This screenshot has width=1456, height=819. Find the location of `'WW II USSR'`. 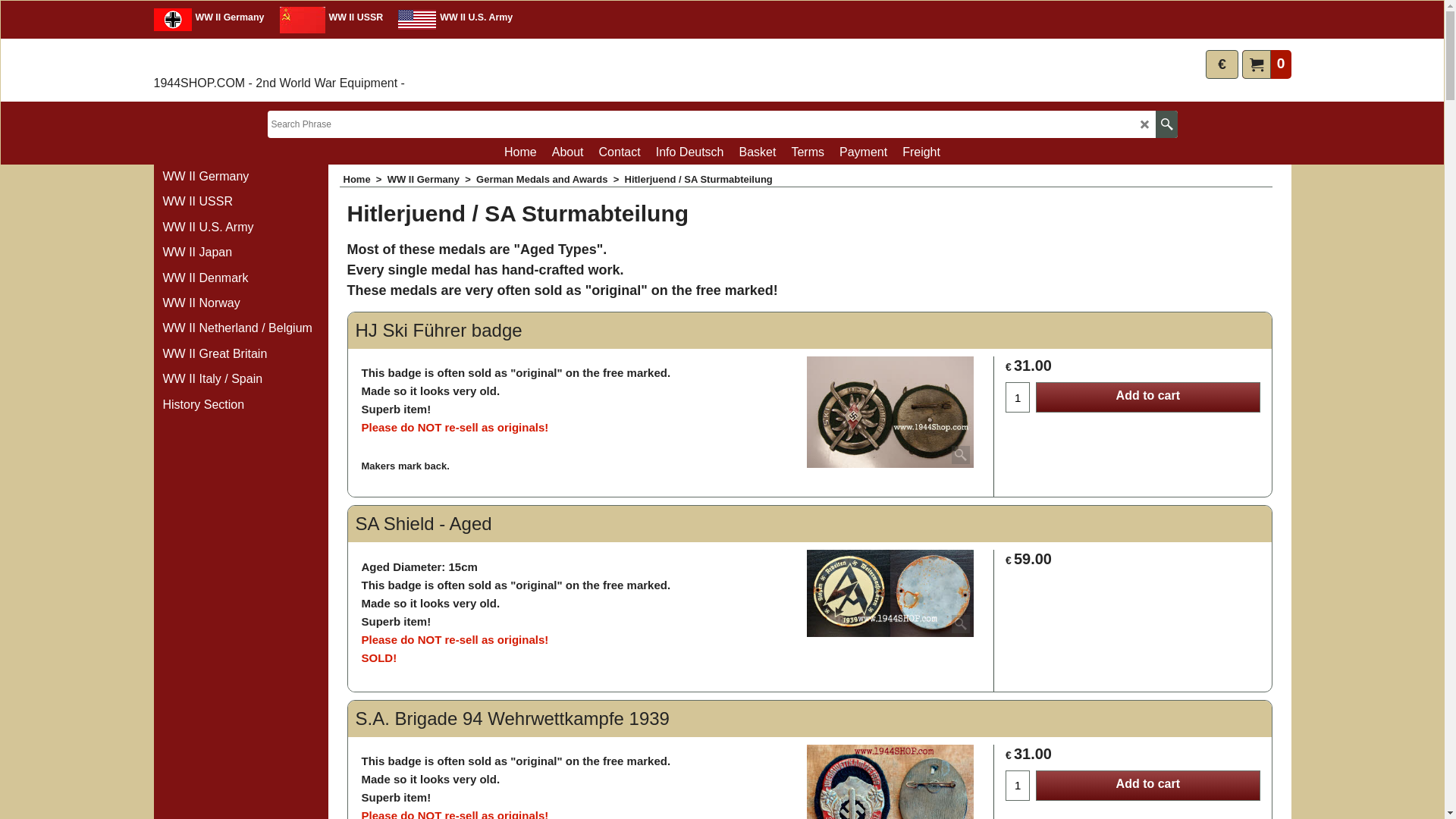

'WW II USSR' is located at coordinates (239, 201).